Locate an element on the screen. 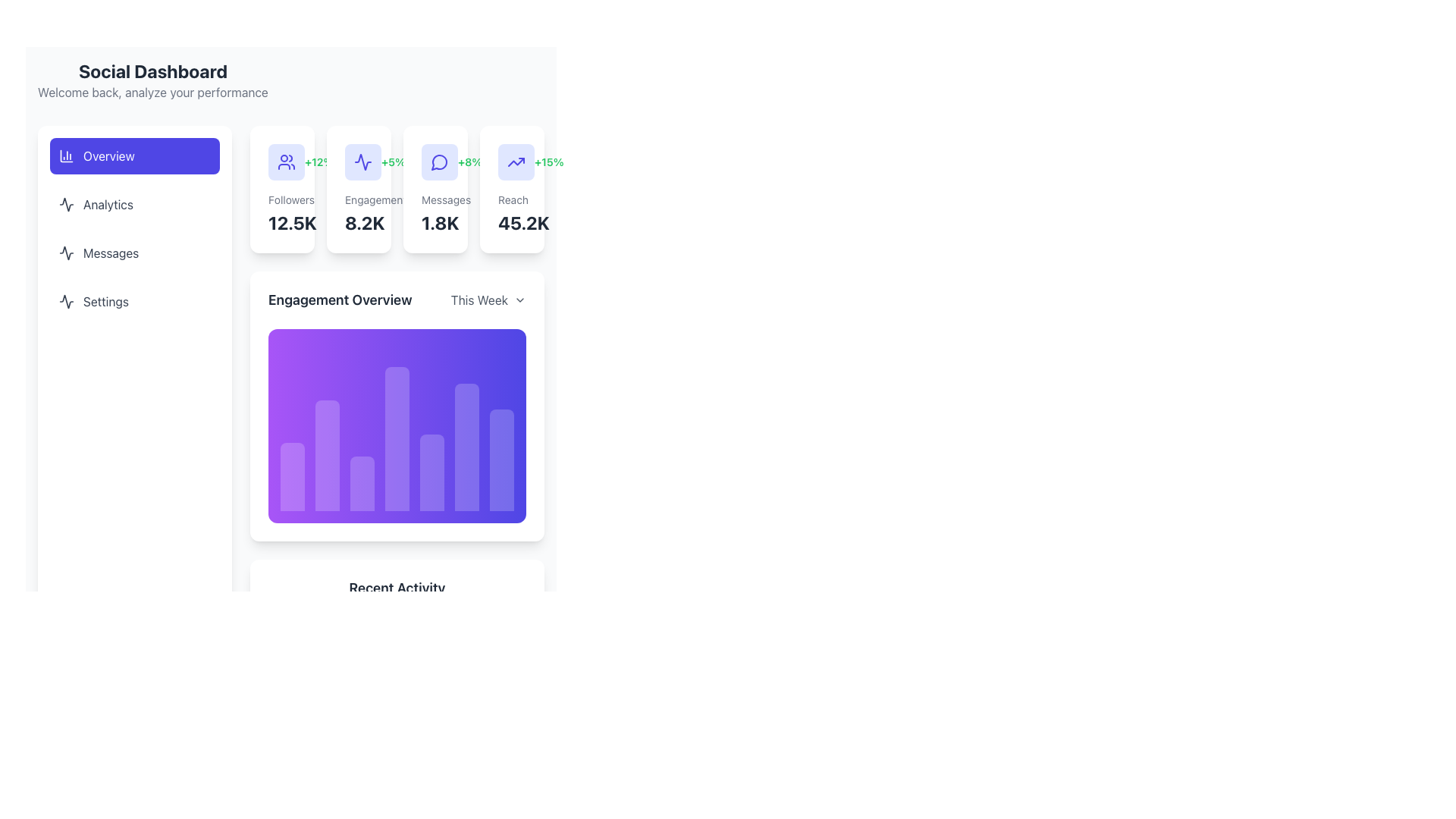  the 'Engagement' icon located in the third card of the top section of the social dashboard to access associated data is located at coordinates (362, 162).